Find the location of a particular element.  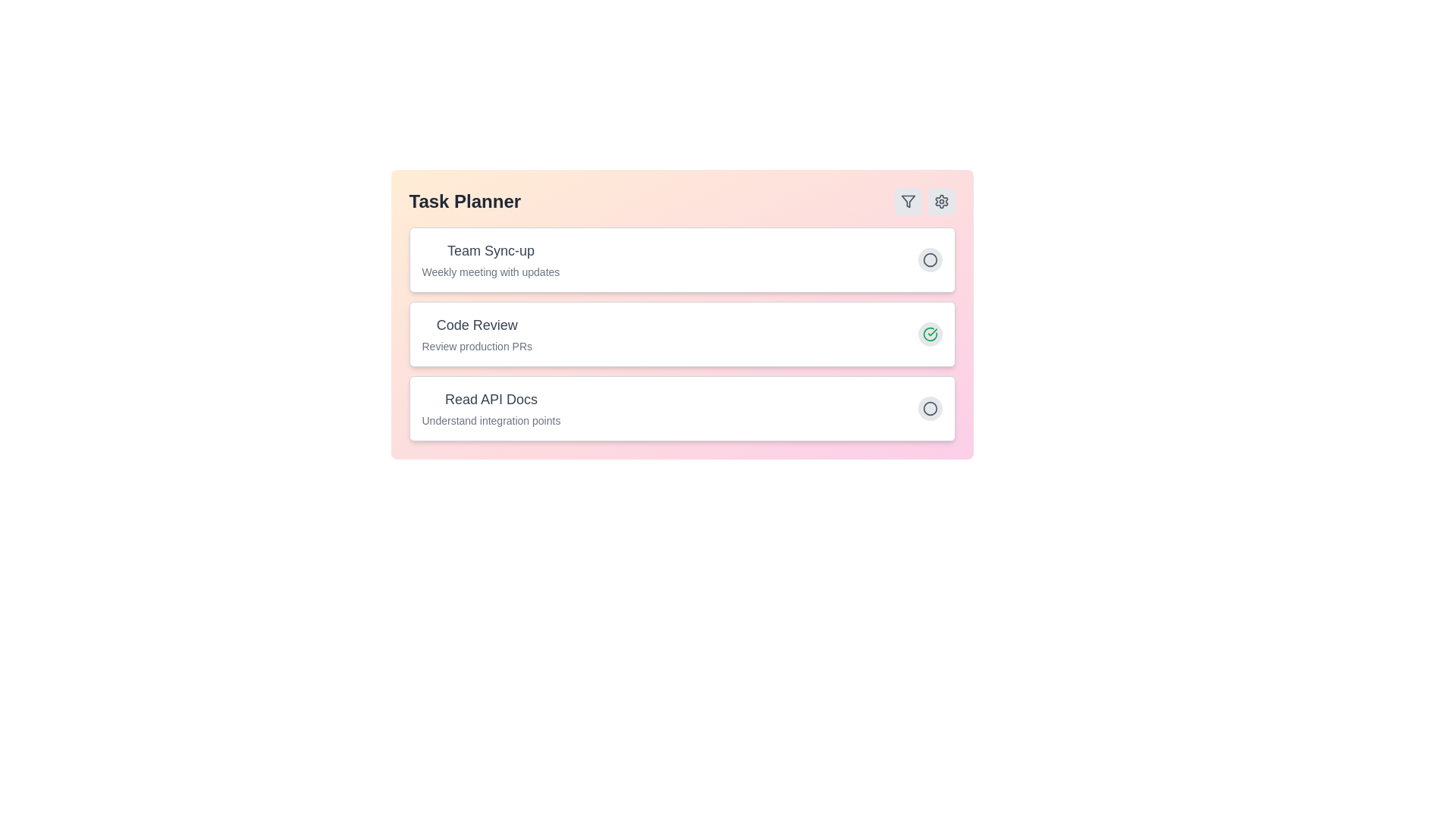

the task item titled 'Read API Docs' to interact with it is located at coordinates (491, 399).